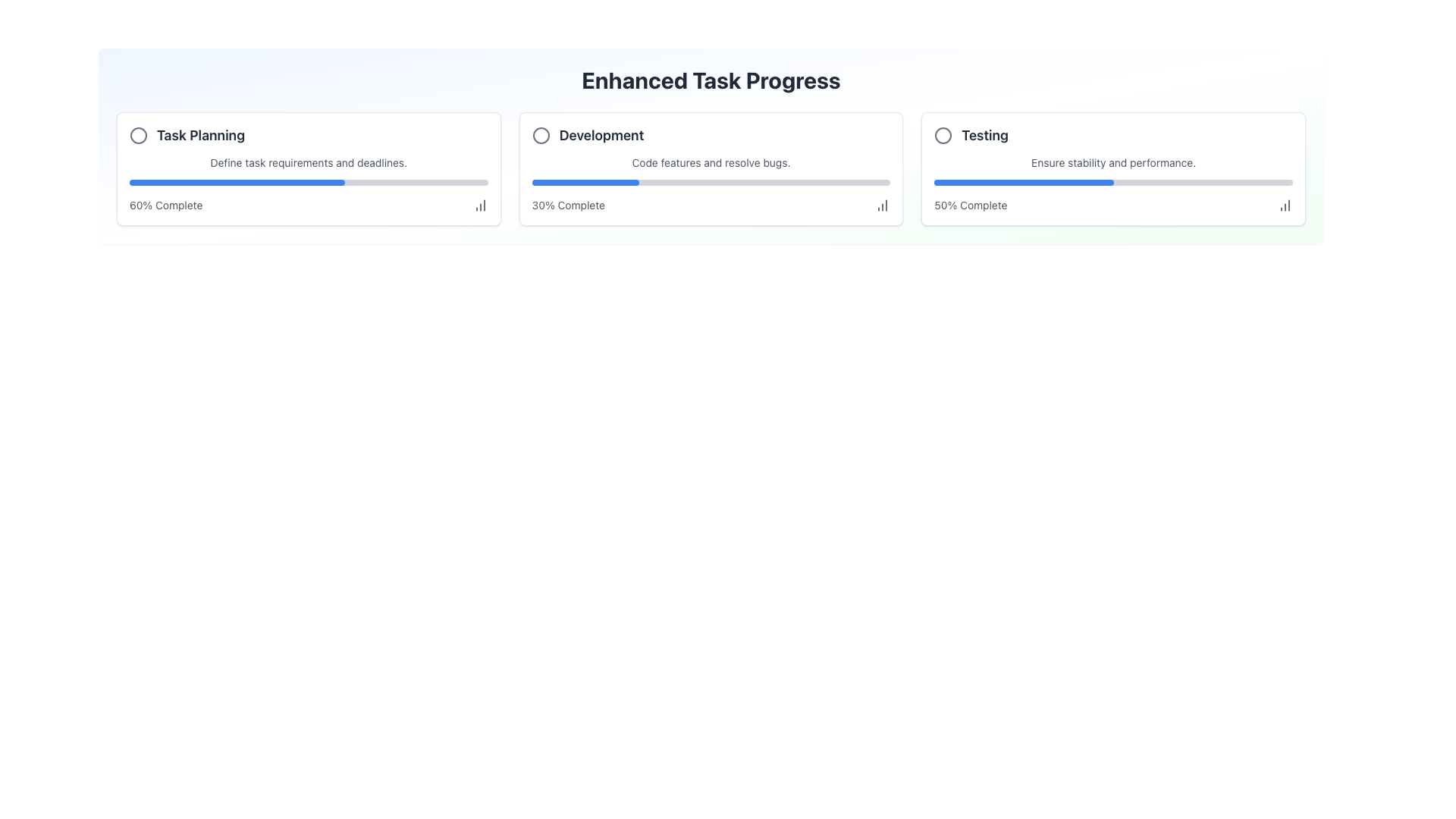 The image size is (1456, 819). I want to click on the text label displaying 'Development', which is located in the middle tile of three horizontally aligned tiles, positioned to the right of a circular icon, so click(601, 134).